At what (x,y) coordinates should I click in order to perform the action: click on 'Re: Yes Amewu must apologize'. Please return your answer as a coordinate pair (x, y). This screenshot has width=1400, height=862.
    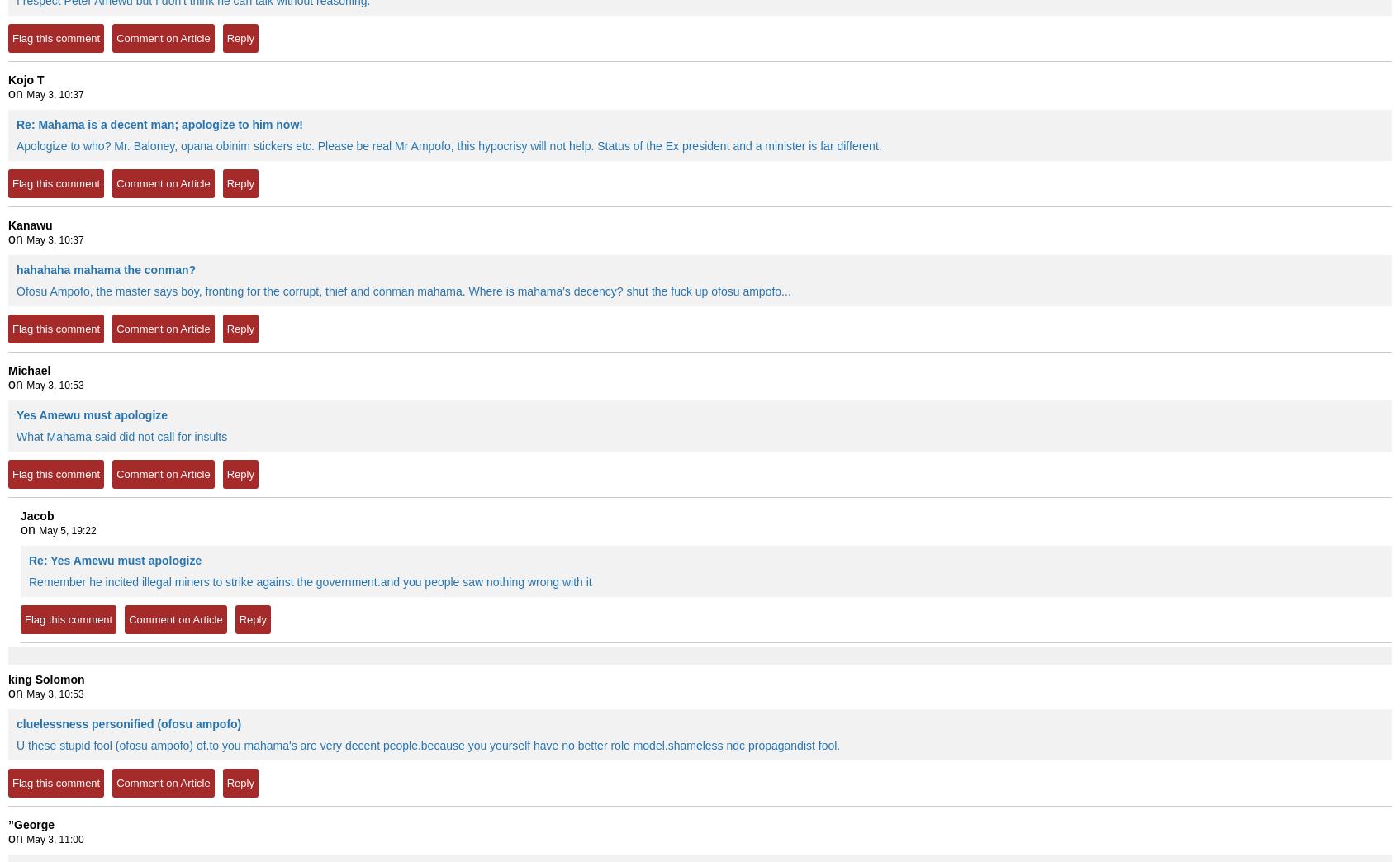
    Looking at the image, I should click on (115, 560).